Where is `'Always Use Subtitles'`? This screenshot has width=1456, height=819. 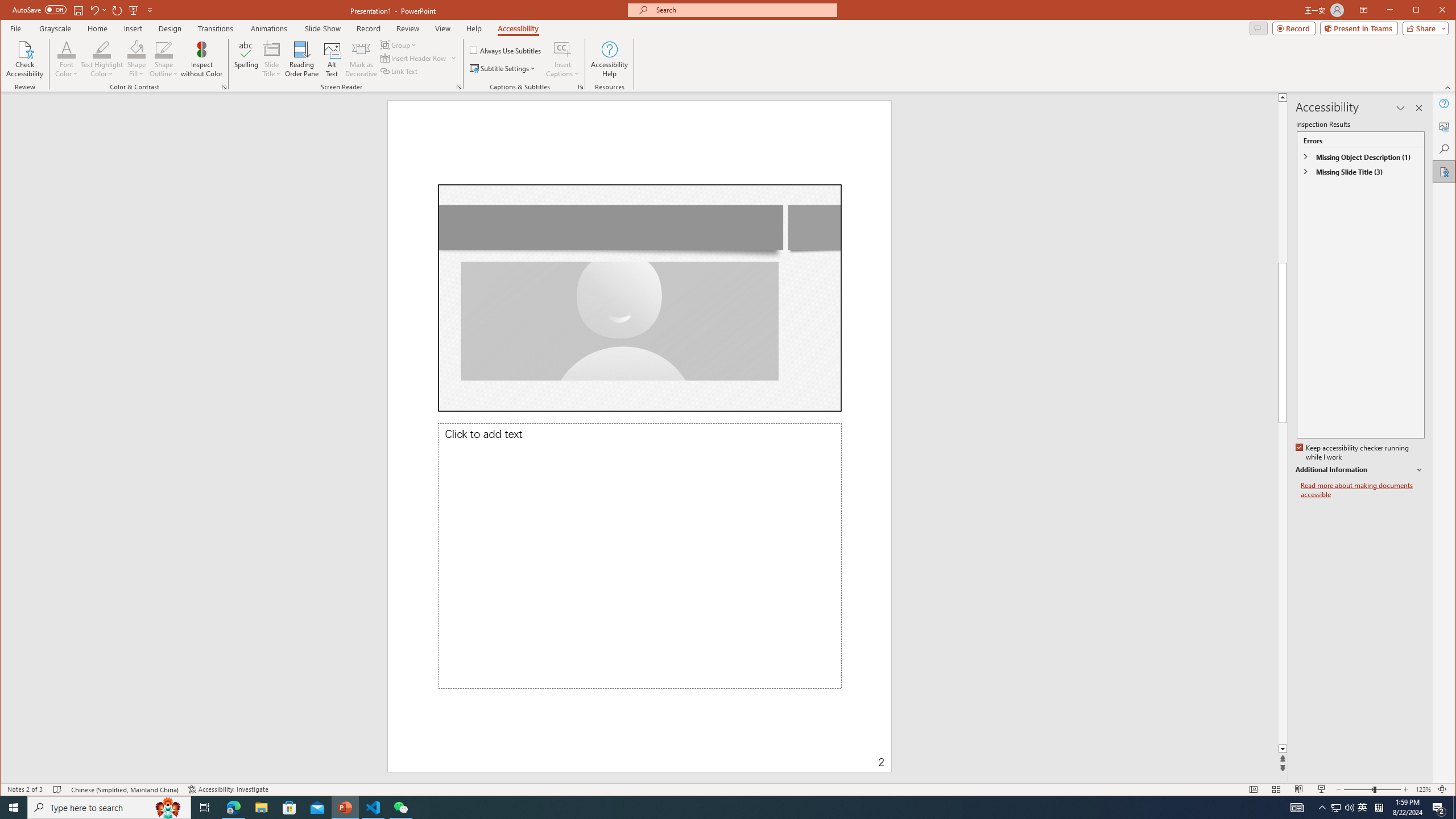 'Always Use Subtitles' is located at coordinates (505, 49).